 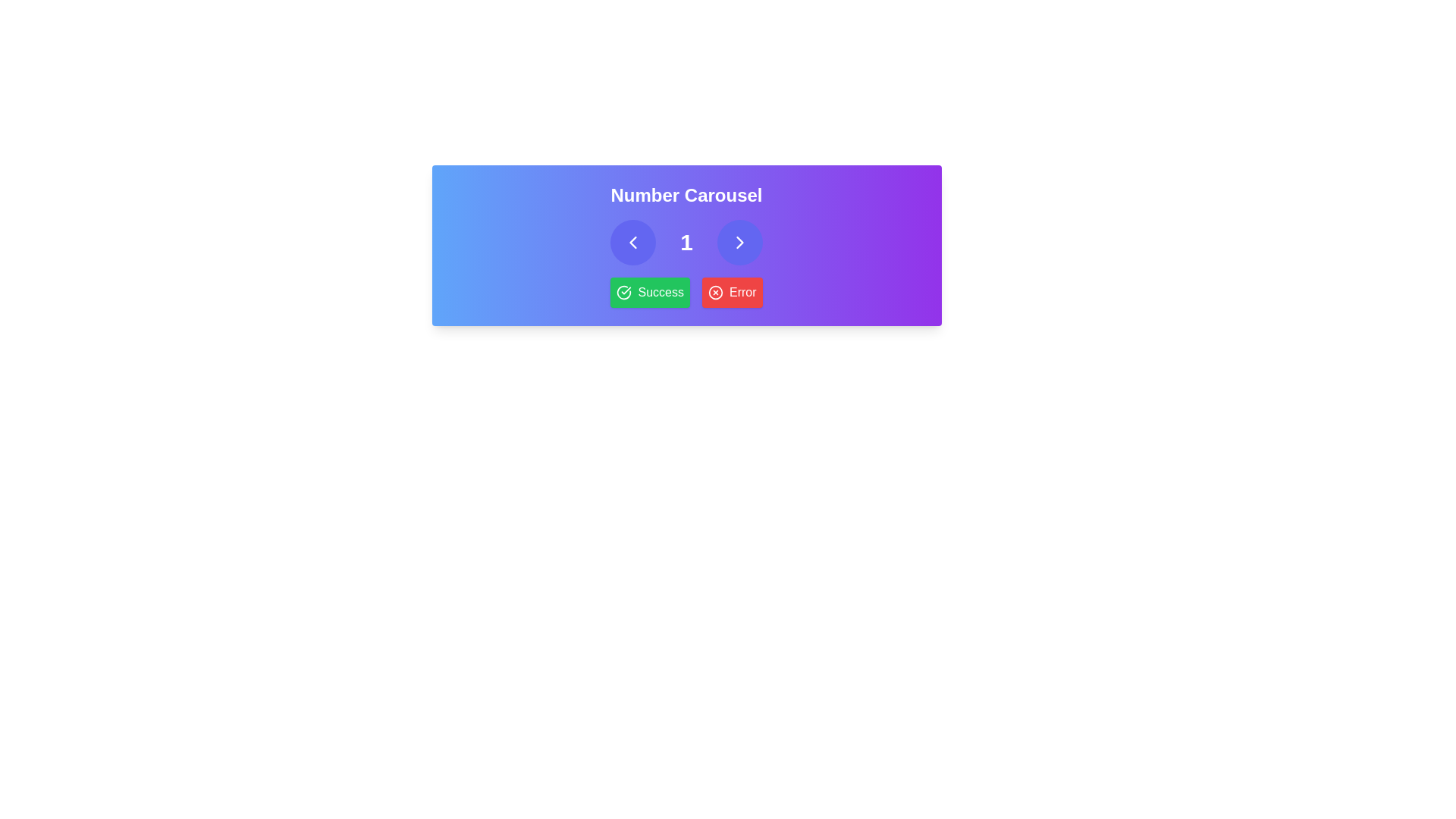 I want to click on the circular button with a transitioning indigo and violet background and a right-facing arrow icon, so click(x=739, y=242).